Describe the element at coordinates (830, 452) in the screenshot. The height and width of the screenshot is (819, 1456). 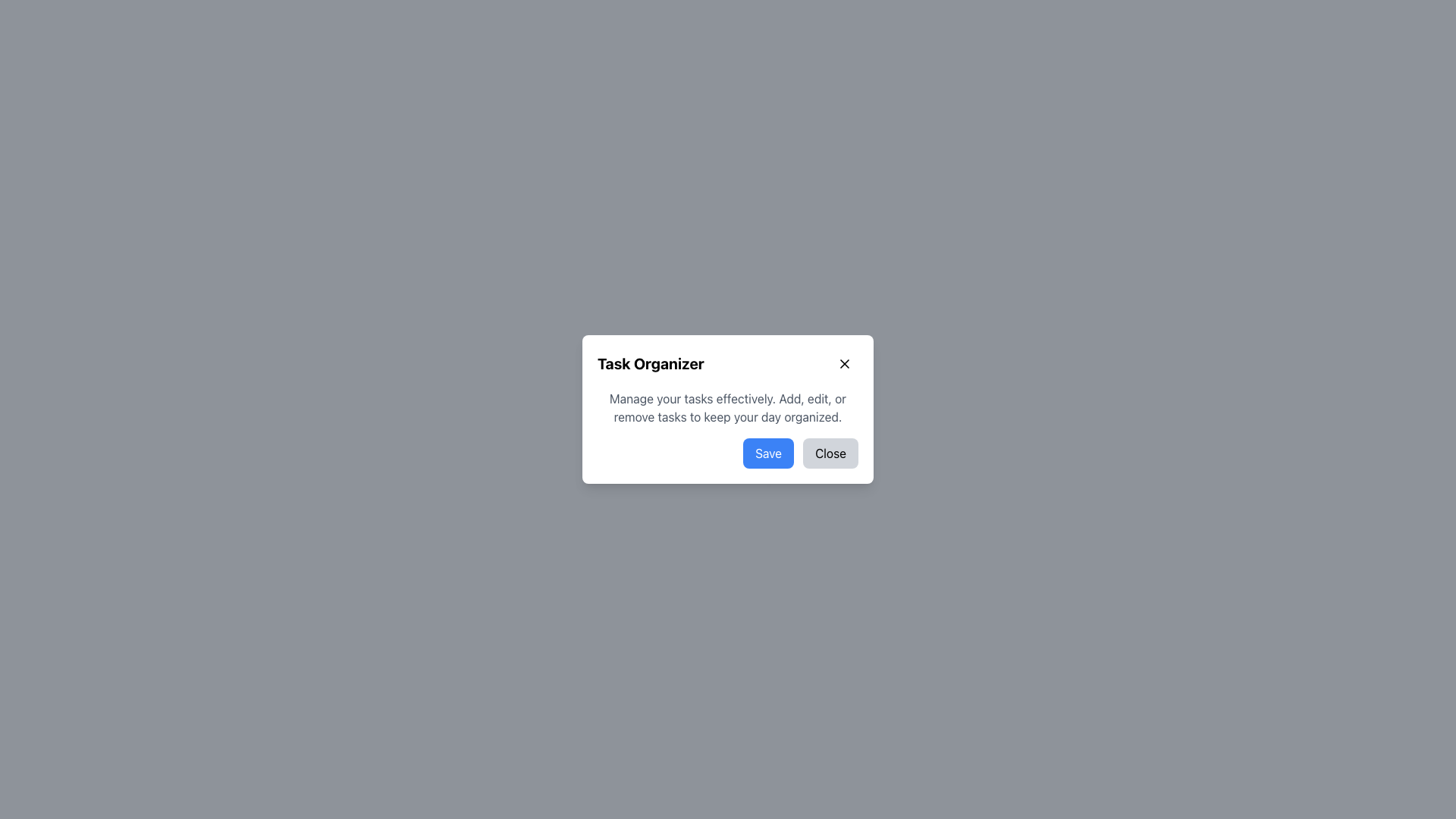
I see `the close button located on the right side of the modal dialog to trigger a color change` at that location.